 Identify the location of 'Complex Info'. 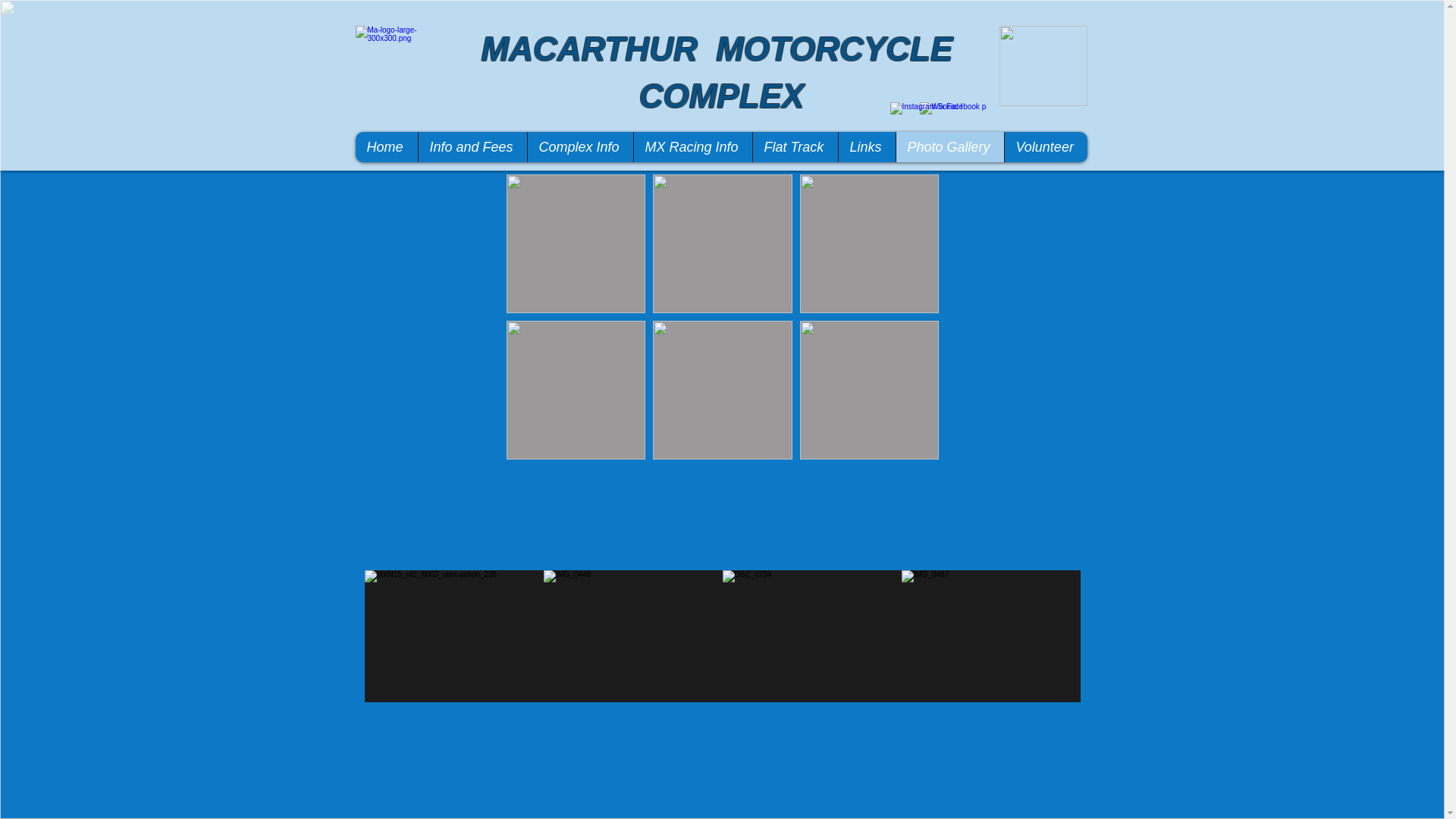
(578, 146).